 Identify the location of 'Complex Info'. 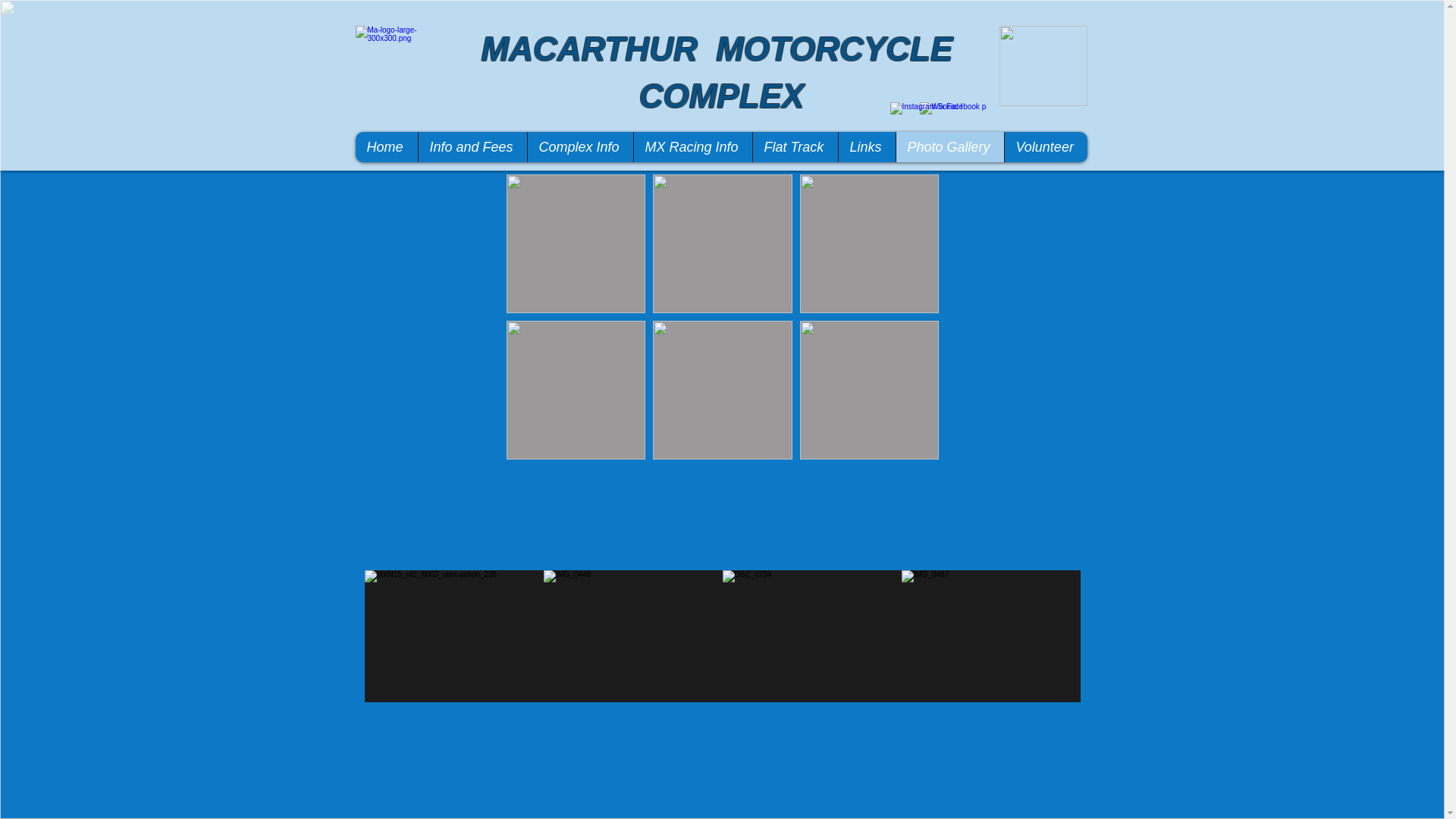
(578, 146).